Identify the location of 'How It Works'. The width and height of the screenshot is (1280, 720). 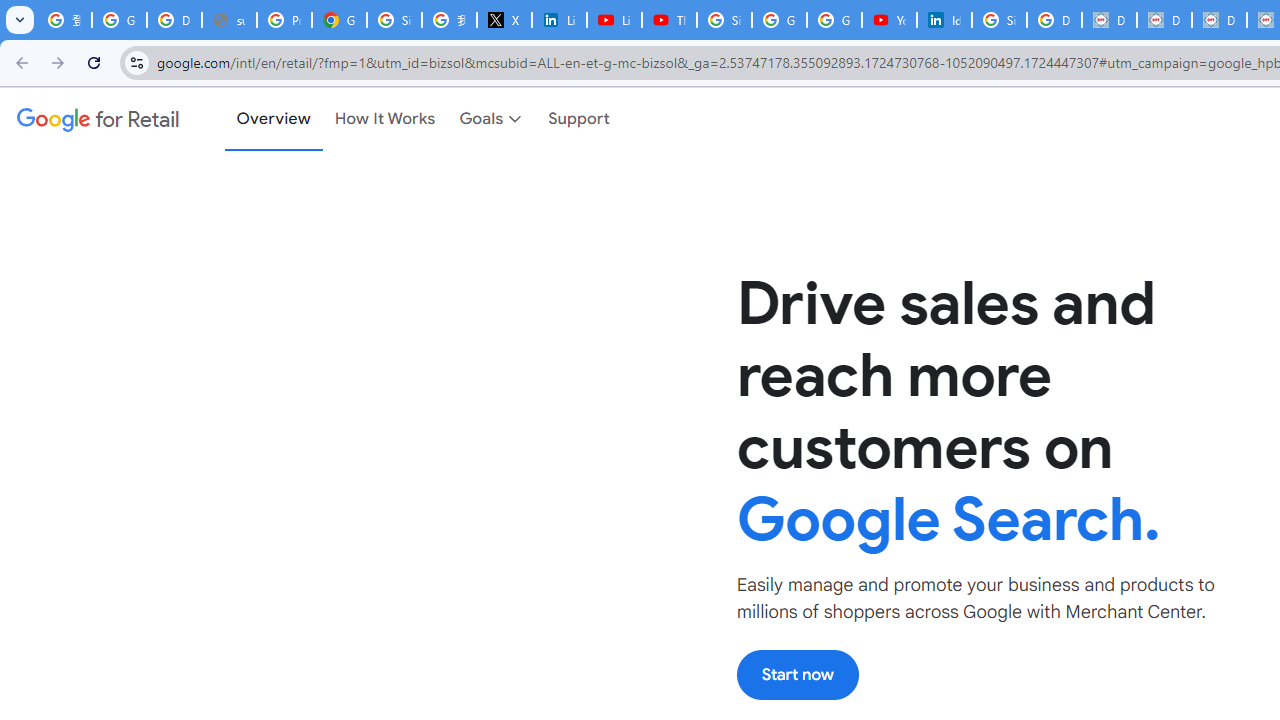
(385, 119).